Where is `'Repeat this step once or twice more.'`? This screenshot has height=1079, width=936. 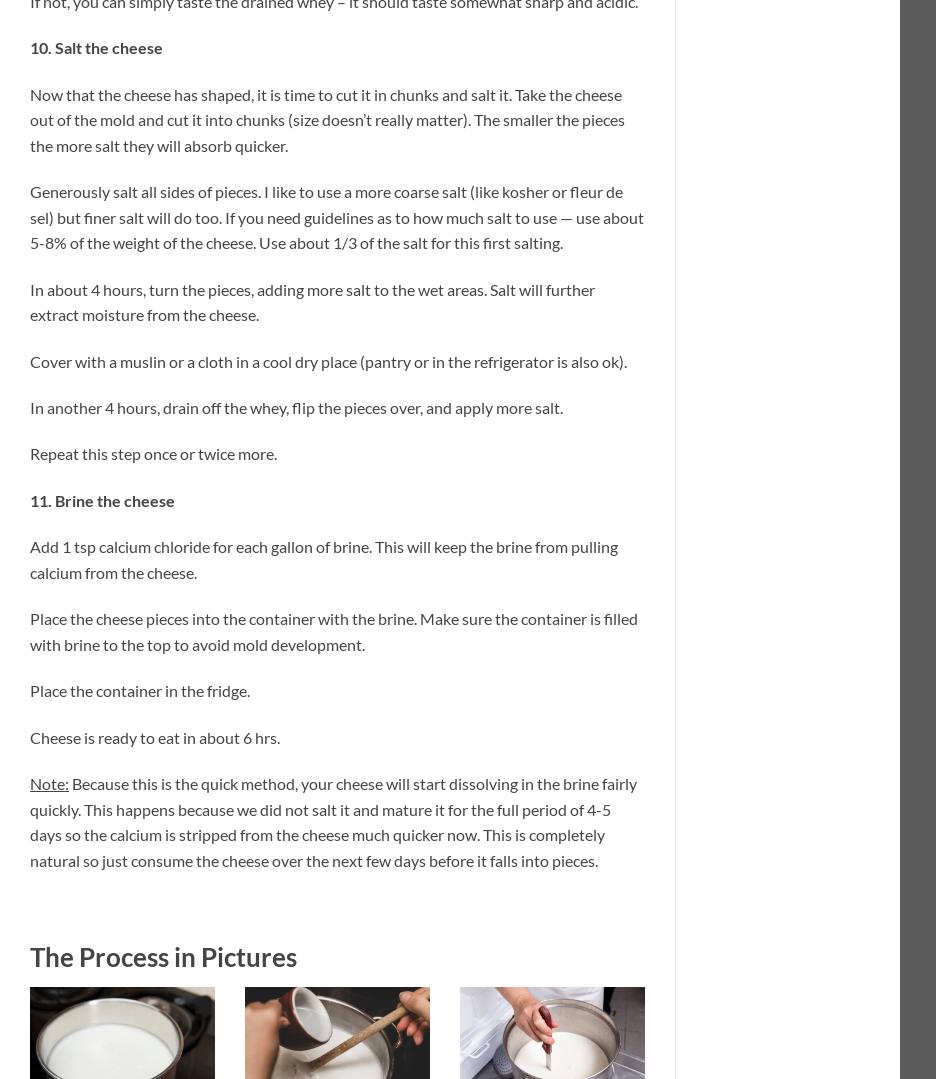 'Repeat this step once or twice more.' is located at coordinates (153, 453).